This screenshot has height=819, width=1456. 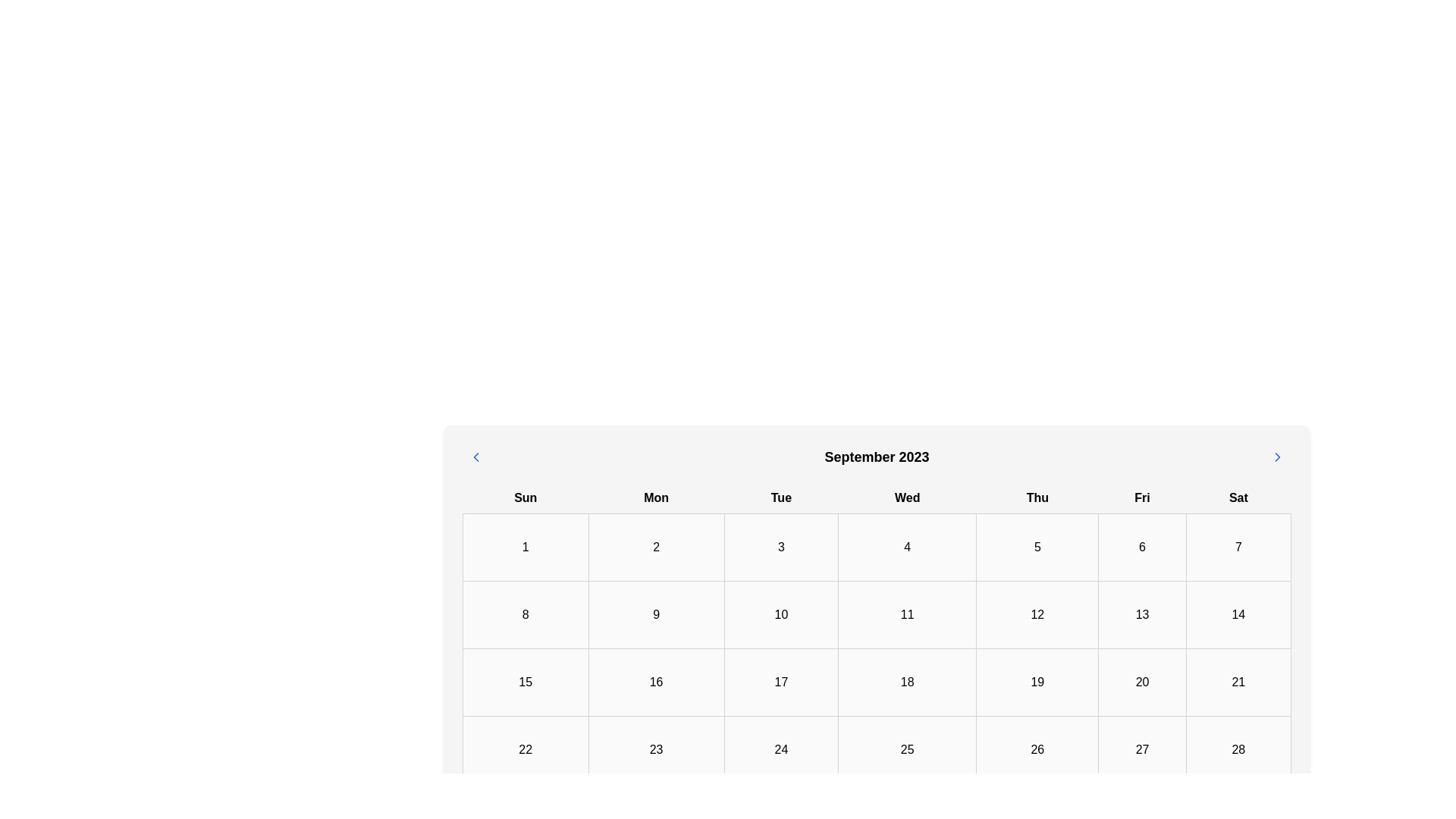 I want to click on the calendar header displaying the current month and year to focus on it, so click(x=877, y=456).